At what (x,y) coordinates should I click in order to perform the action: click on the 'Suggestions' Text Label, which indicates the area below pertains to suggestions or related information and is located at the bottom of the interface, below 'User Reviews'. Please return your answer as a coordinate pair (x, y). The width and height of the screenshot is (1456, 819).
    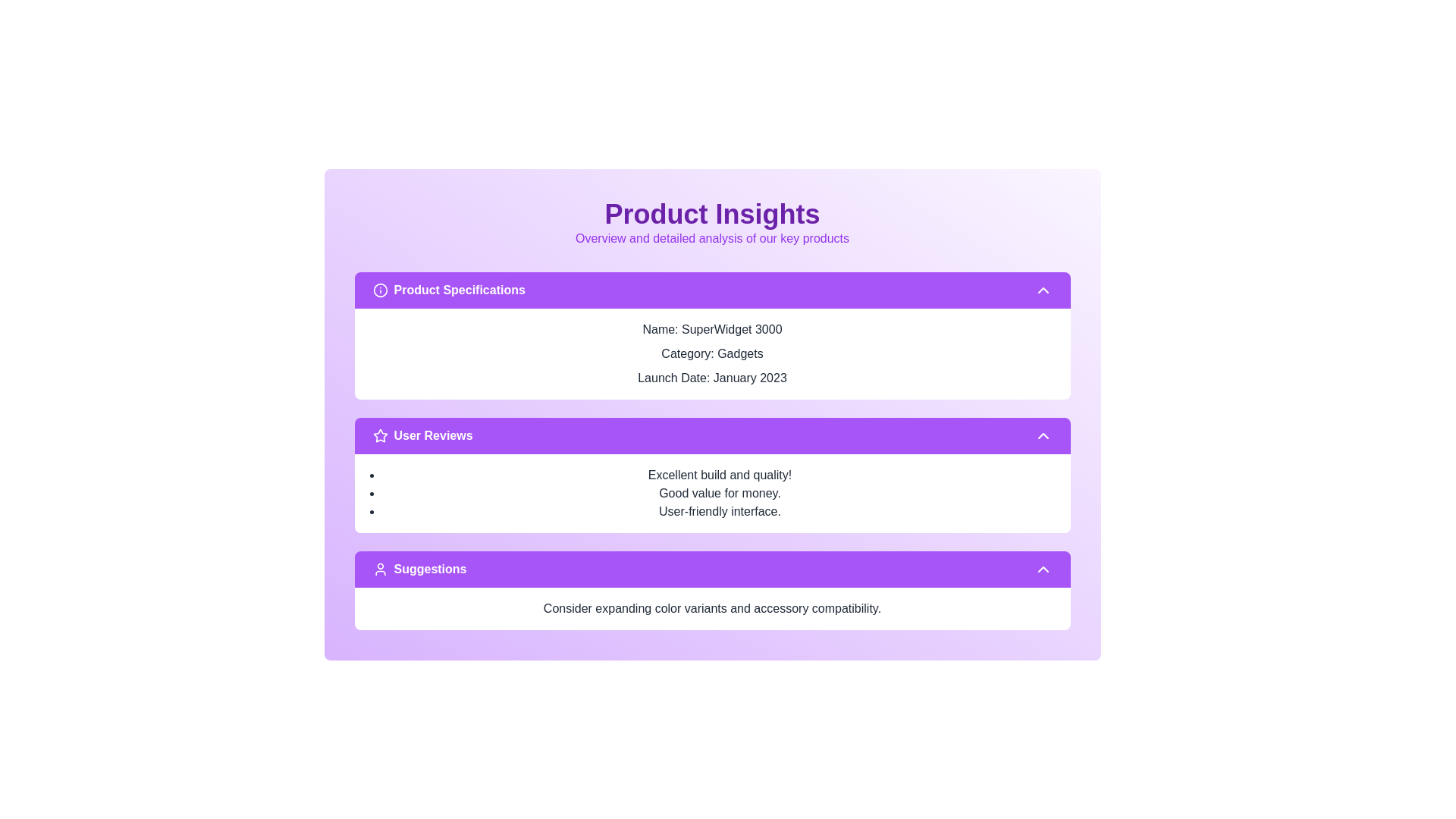
    Looking at the image, I should click on (429, 570).